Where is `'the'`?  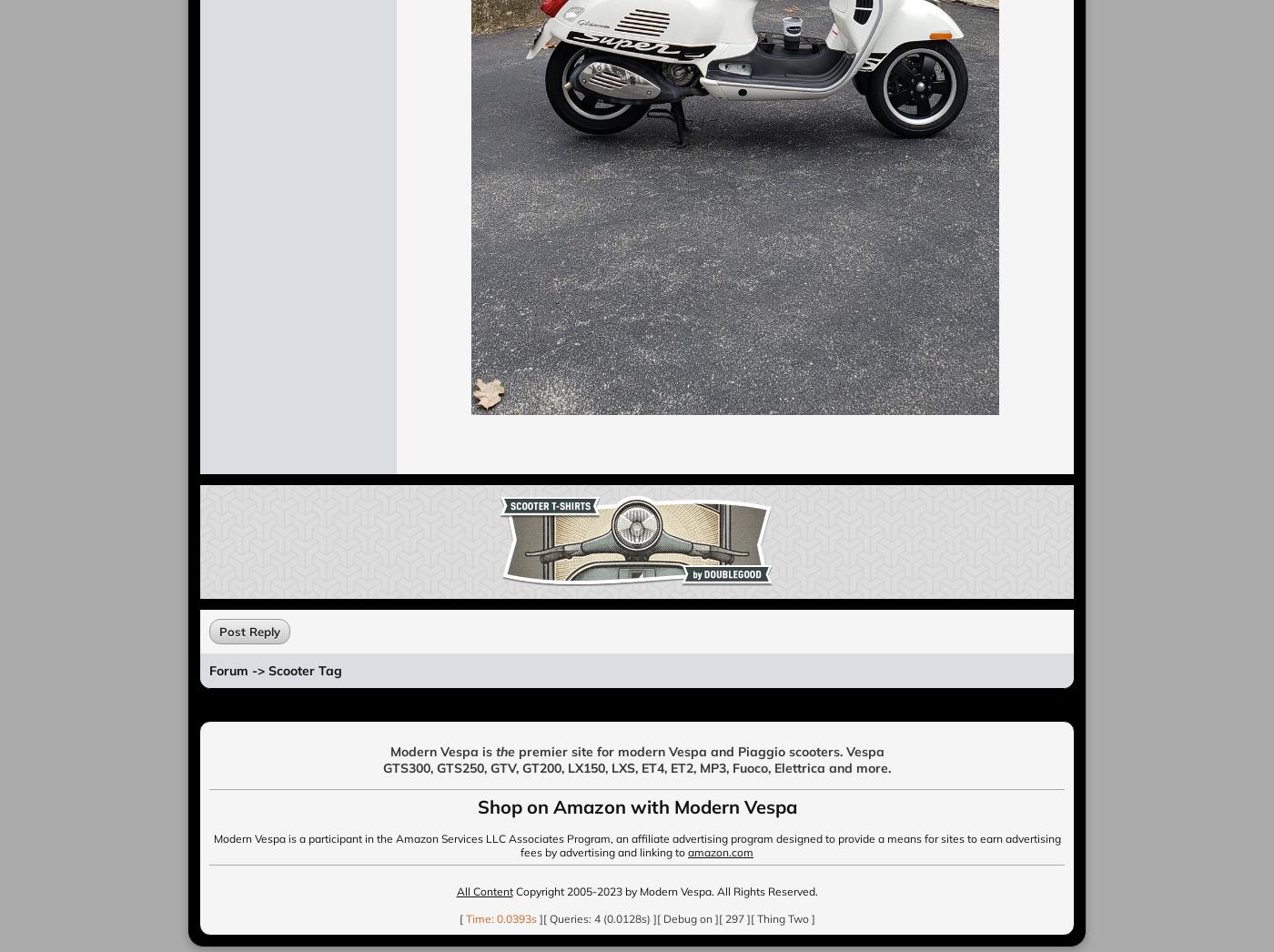
'the' is located at coordinates (504, 752).